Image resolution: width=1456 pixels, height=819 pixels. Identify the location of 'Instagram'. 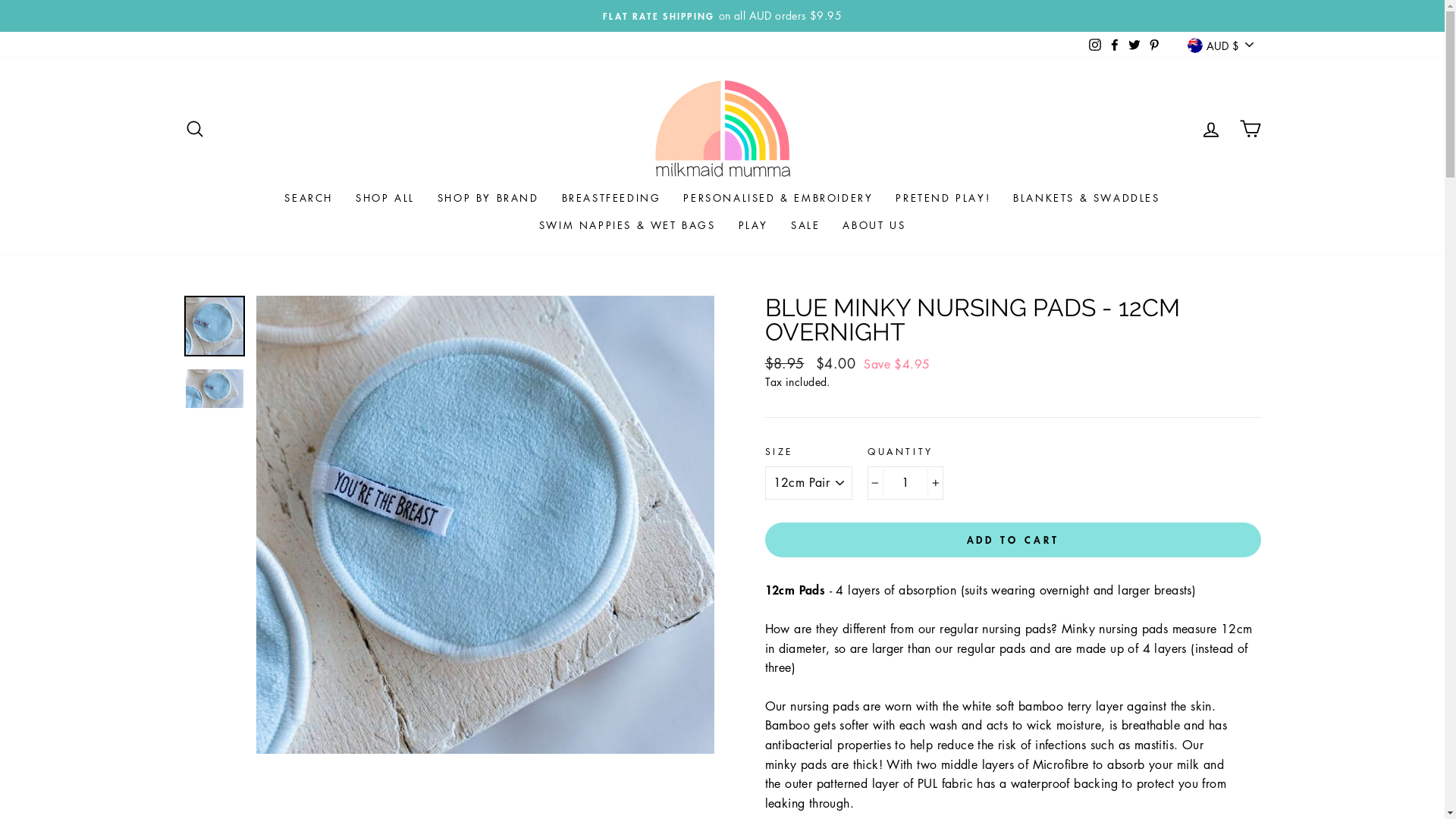
(1084, 43).